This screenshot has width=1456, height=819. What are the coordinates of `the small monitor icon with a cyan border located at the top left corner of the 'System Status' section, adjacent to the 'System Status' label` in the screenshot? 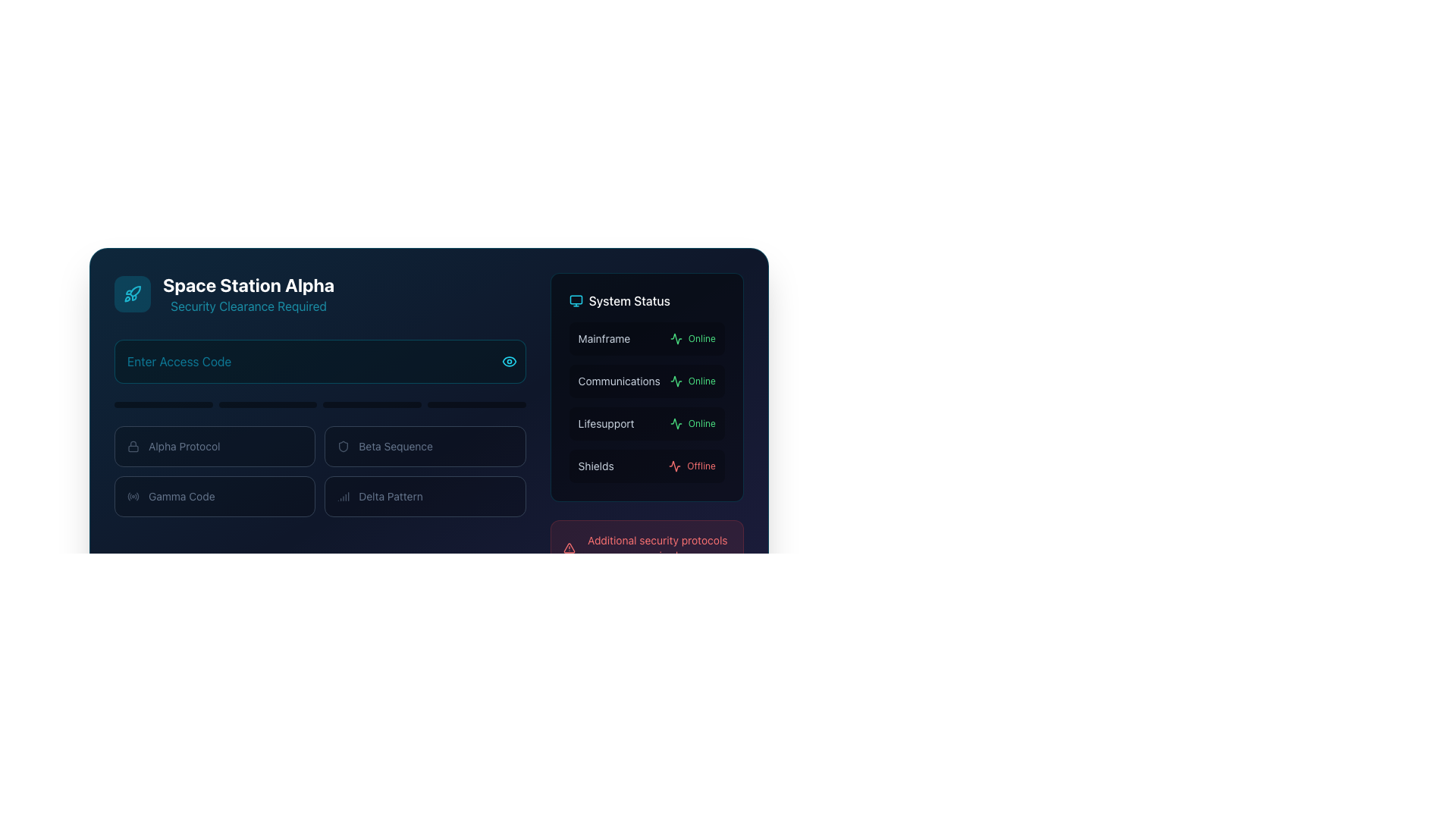 It's located at (575, 301).